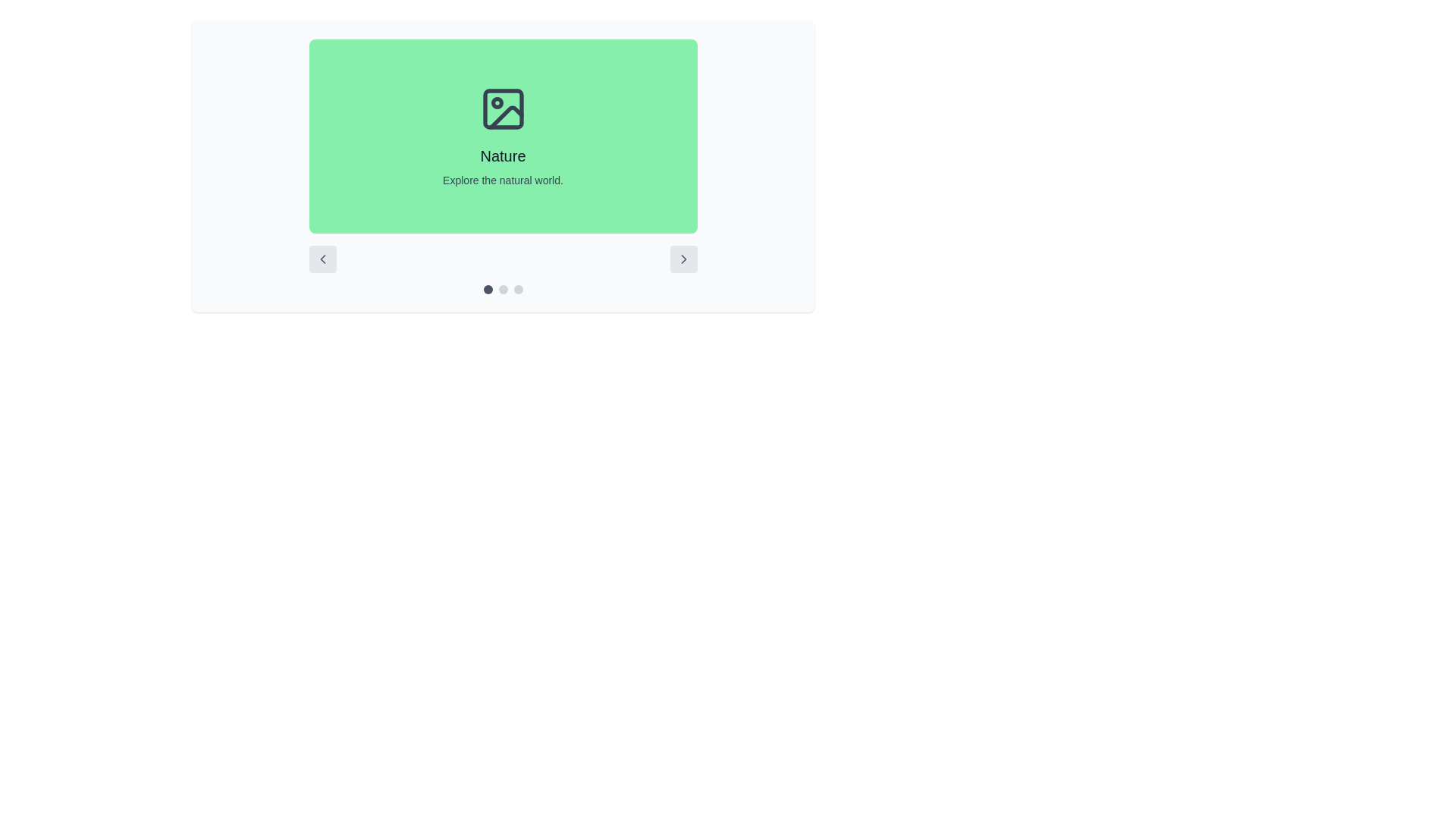 This screenshot has height=819, width=1456. Describe the element at coordinates (503, 155) in the screenshot. I see `bold-text label 'Culture' which is prominently displayed in a large font size with dark gray color against a green background` at that location.